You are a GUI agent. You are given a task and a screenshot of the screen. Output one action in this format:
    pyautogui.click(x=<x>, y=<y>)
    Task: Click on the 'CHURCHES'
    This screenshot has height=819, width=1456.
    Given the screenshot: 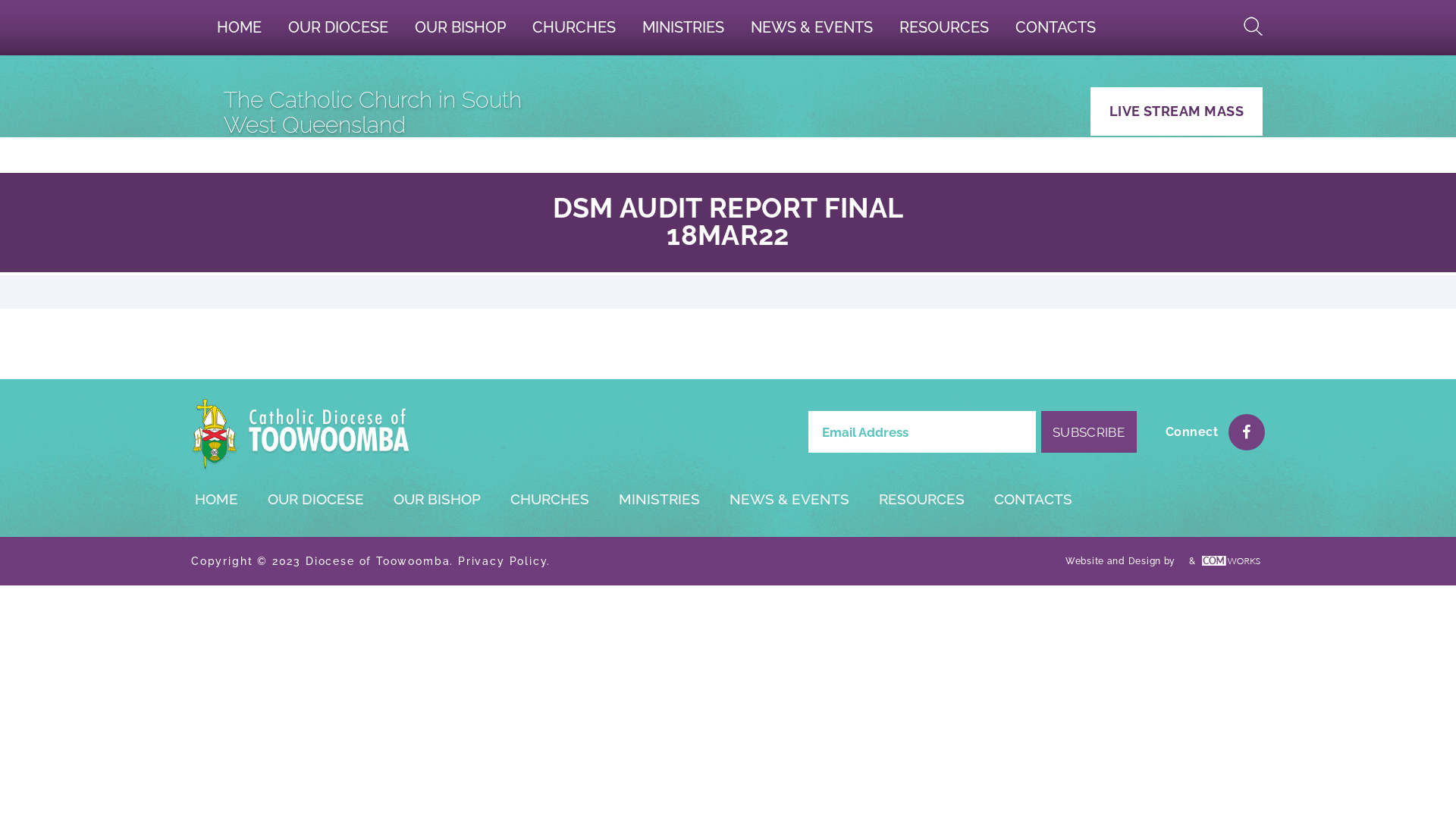 What is the action you would take?
    pyautogui.click(x=548, y=499)
    